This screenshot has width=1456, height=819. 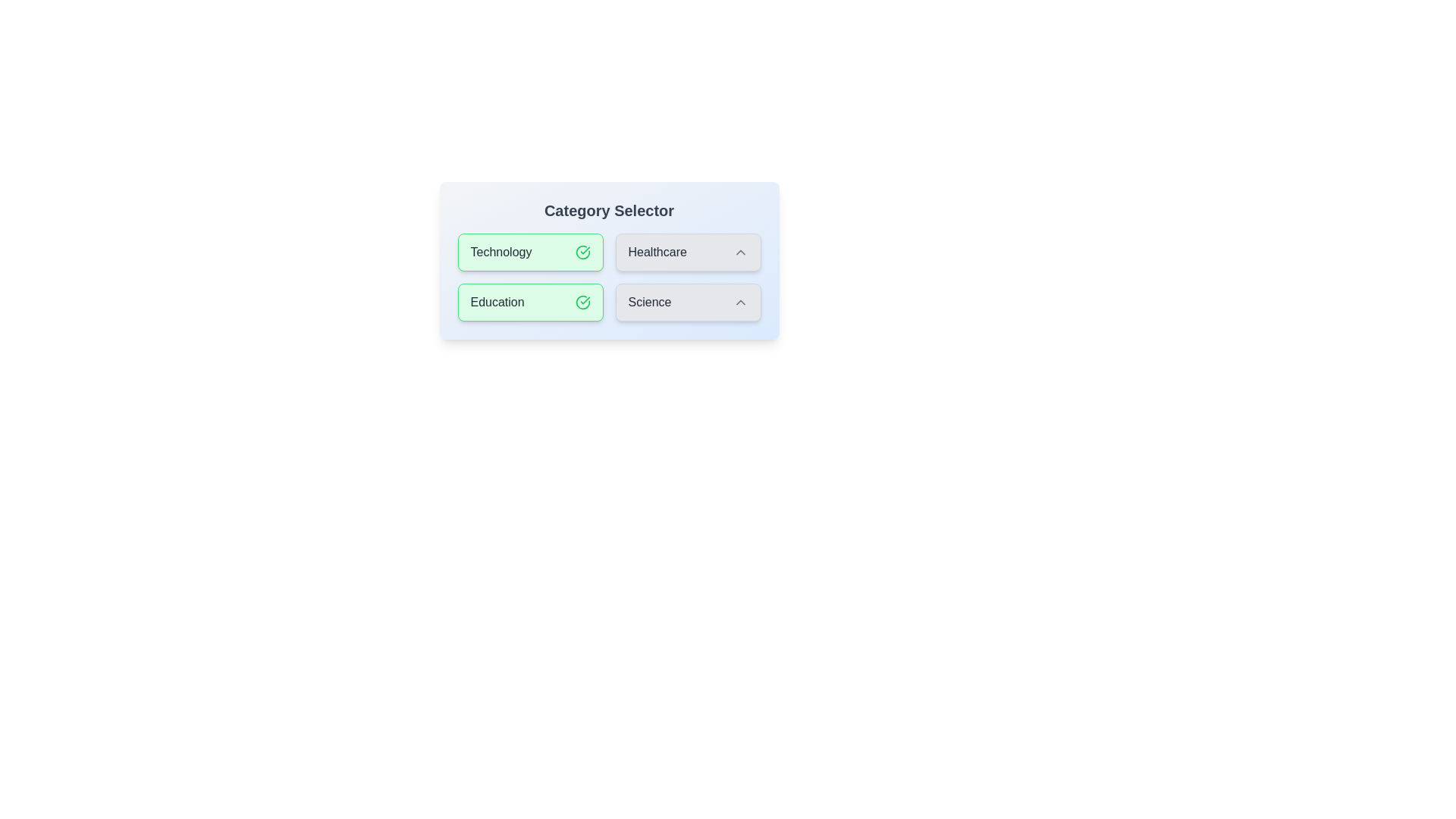 I want to click on the category Education to observe the hover effect, so click(x=530, y=302).